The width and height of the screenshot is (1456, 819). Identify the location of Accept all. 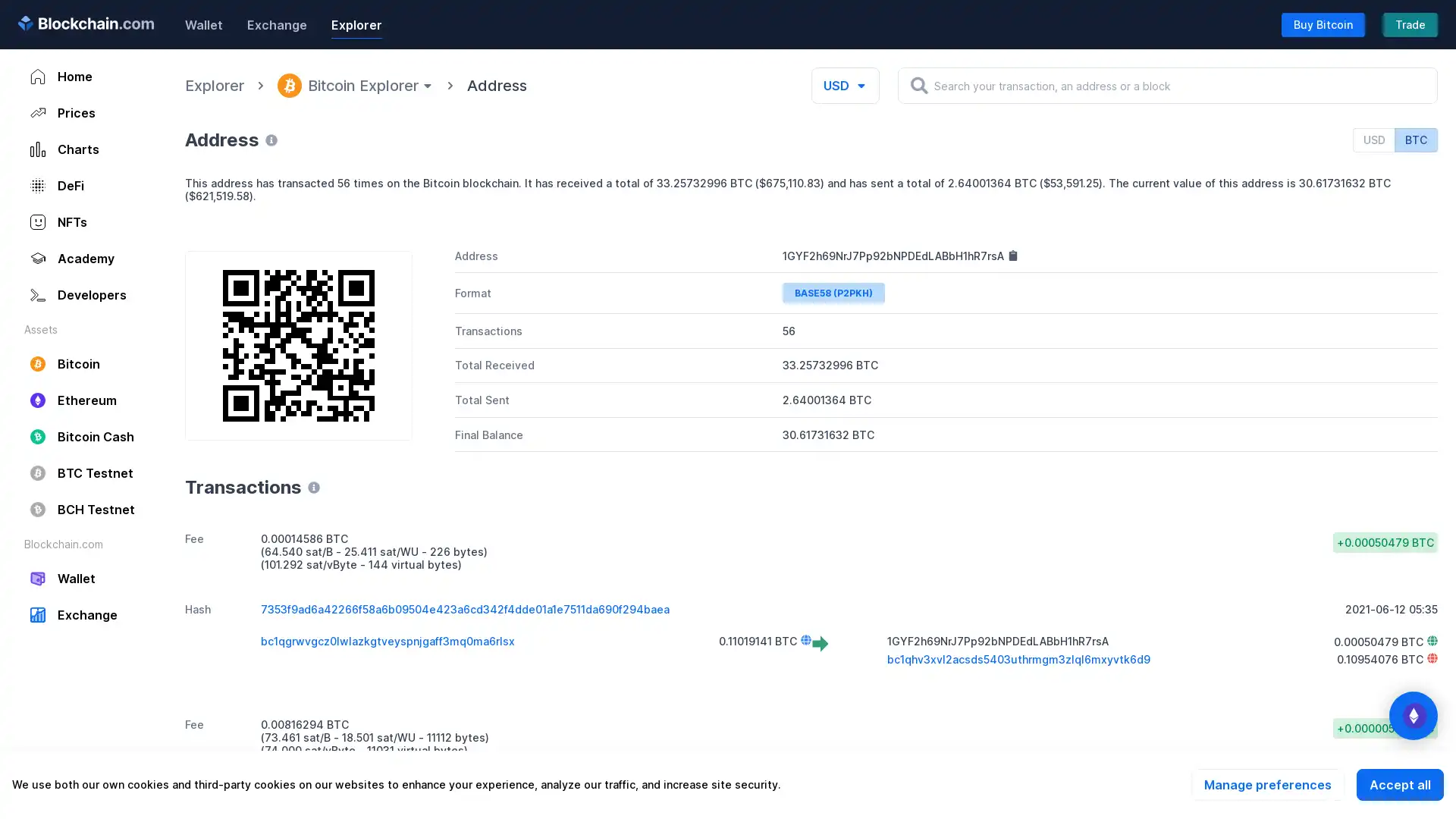
(1399, 784).